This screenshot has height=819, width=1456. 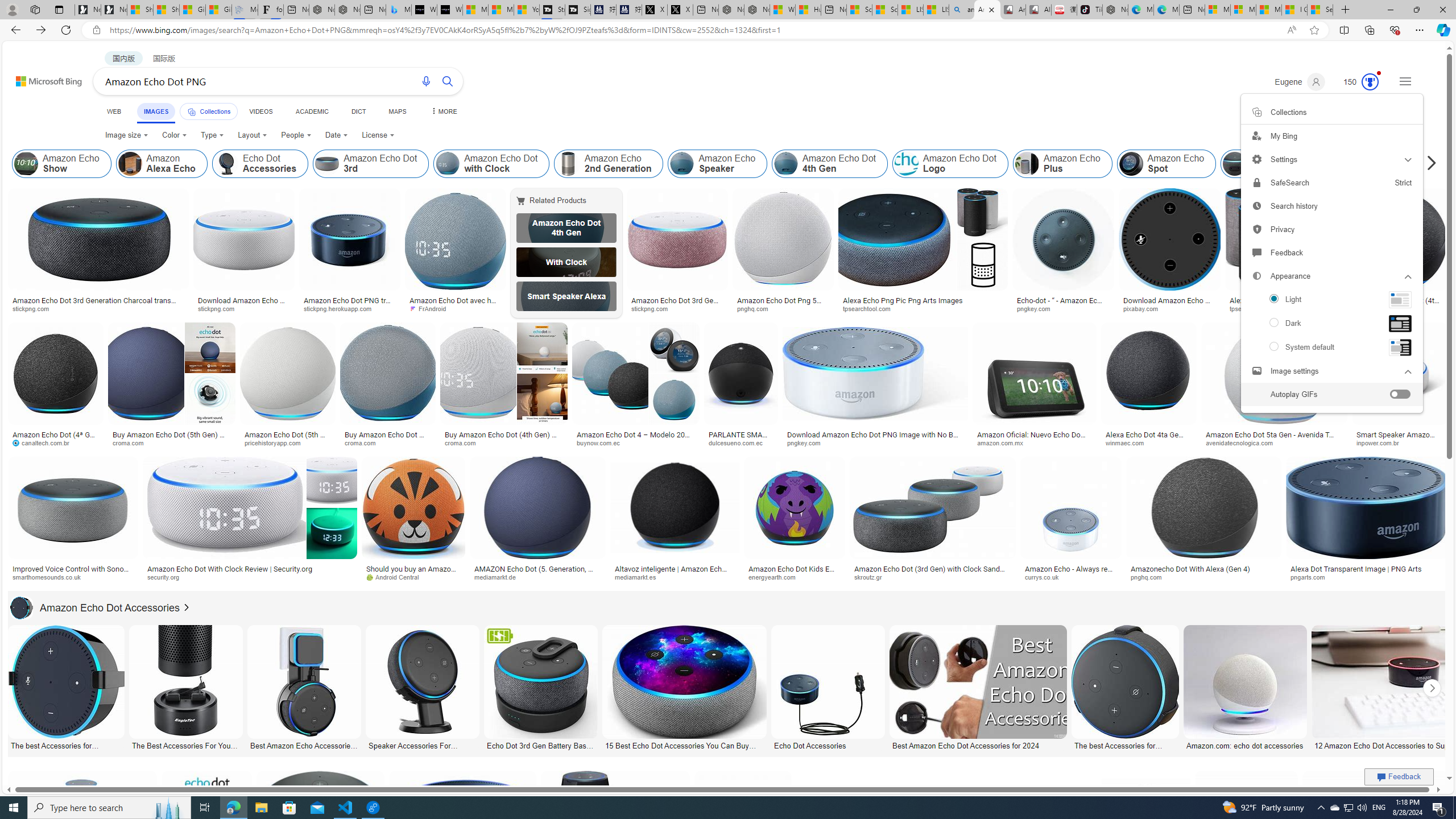 I want to click on 'ACADEMIC', so click(x=311, y=111).